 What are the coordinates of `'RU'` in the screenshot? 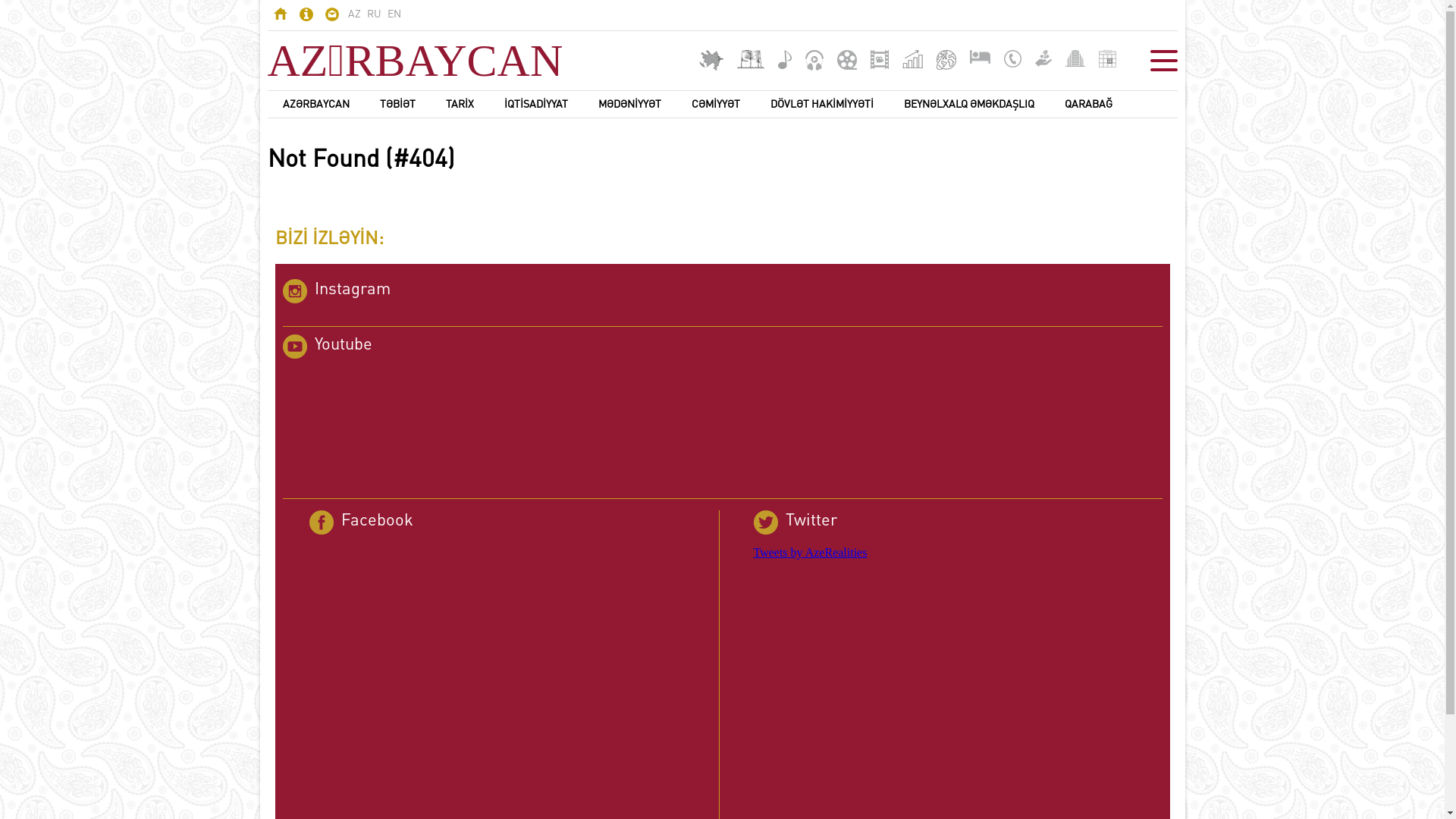 It's located at (374, 14).